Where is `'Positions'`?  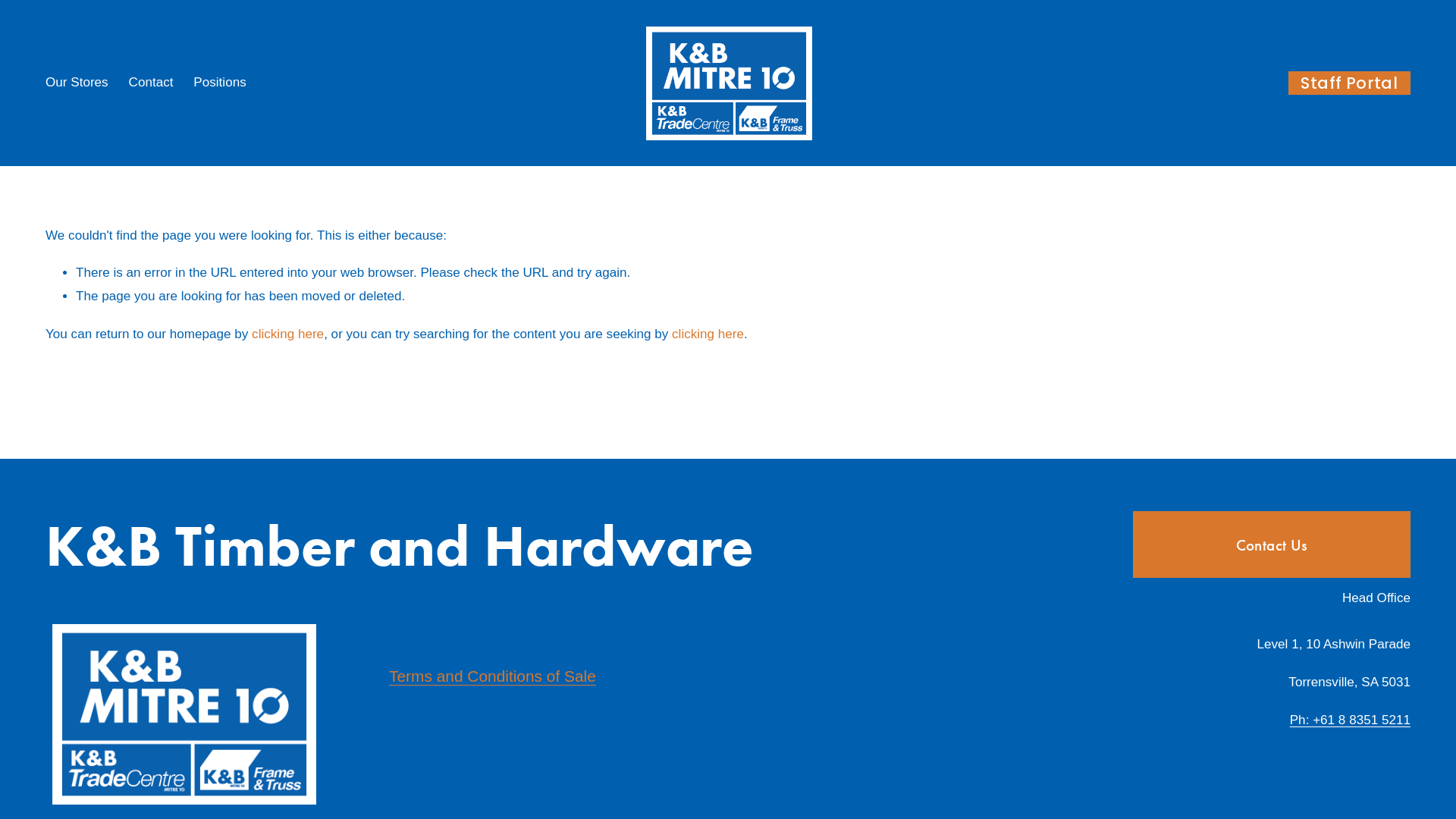 'Positions' is located at coordinates (192, 82).